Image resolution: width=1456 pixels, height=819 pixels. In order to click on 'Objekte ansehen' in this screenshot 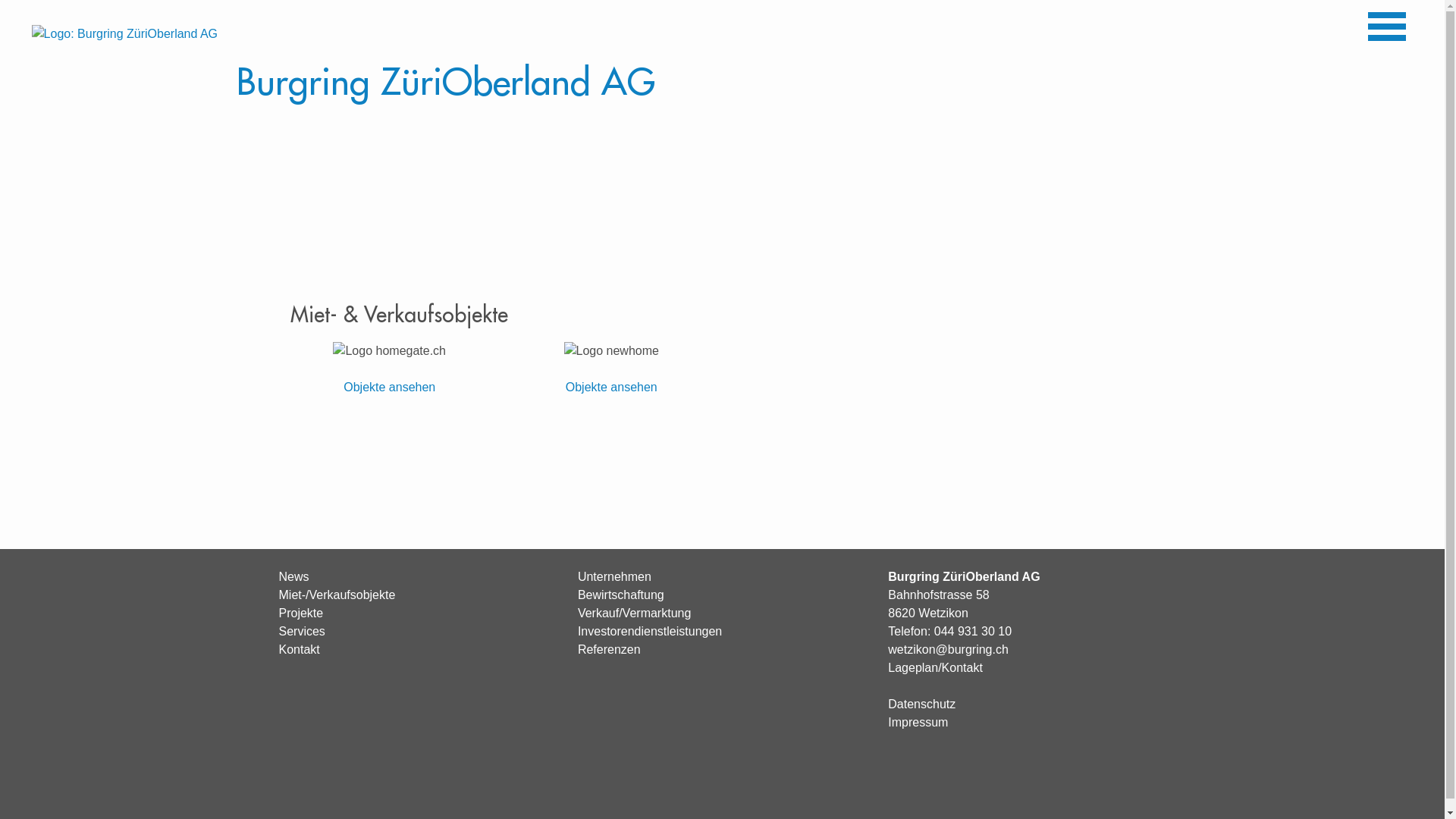, I will do `click(389, 386)`.